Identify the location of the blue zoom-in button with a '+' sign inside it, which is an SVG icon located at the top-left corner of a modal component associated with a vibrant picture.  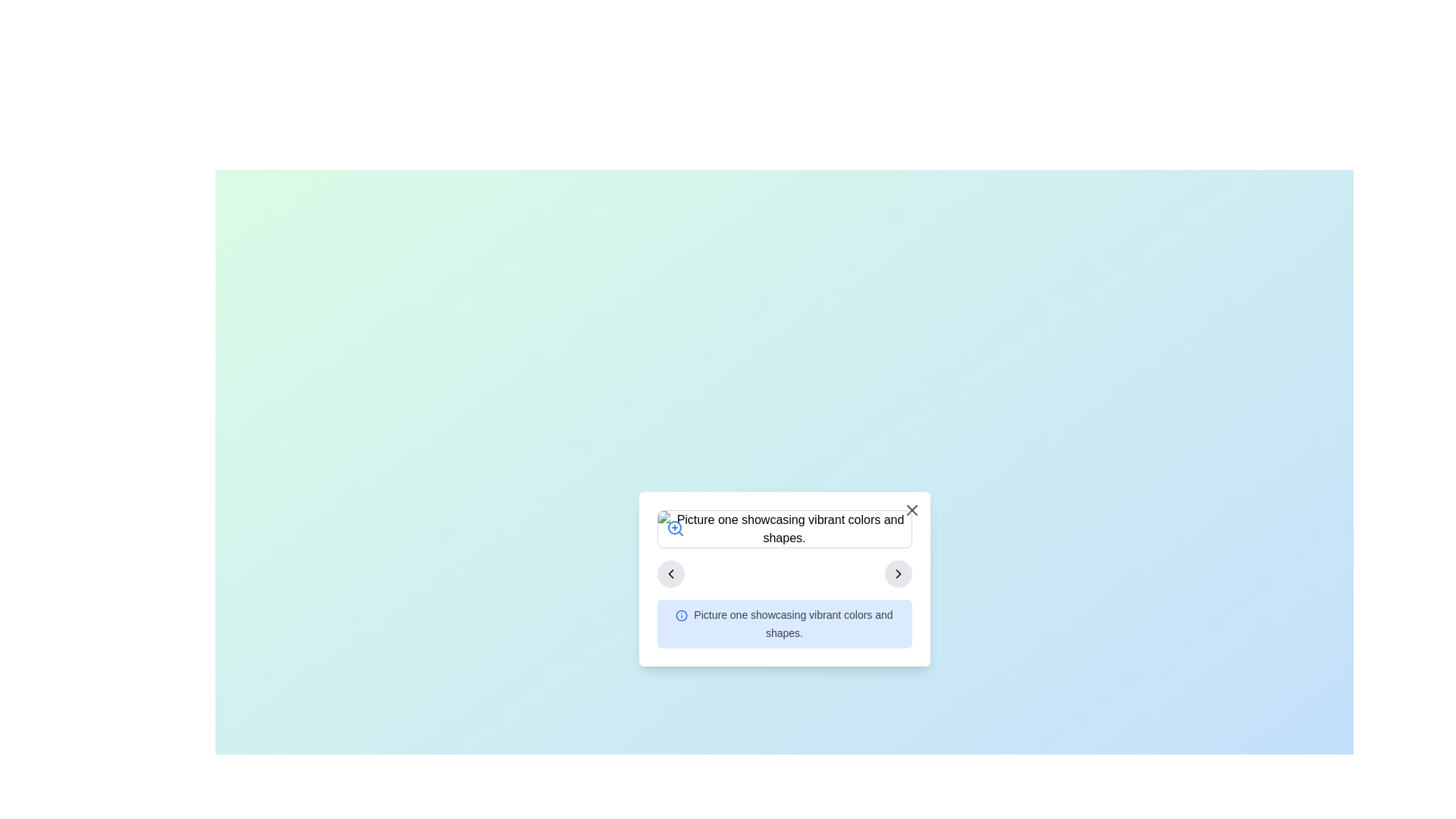
(674, 528).